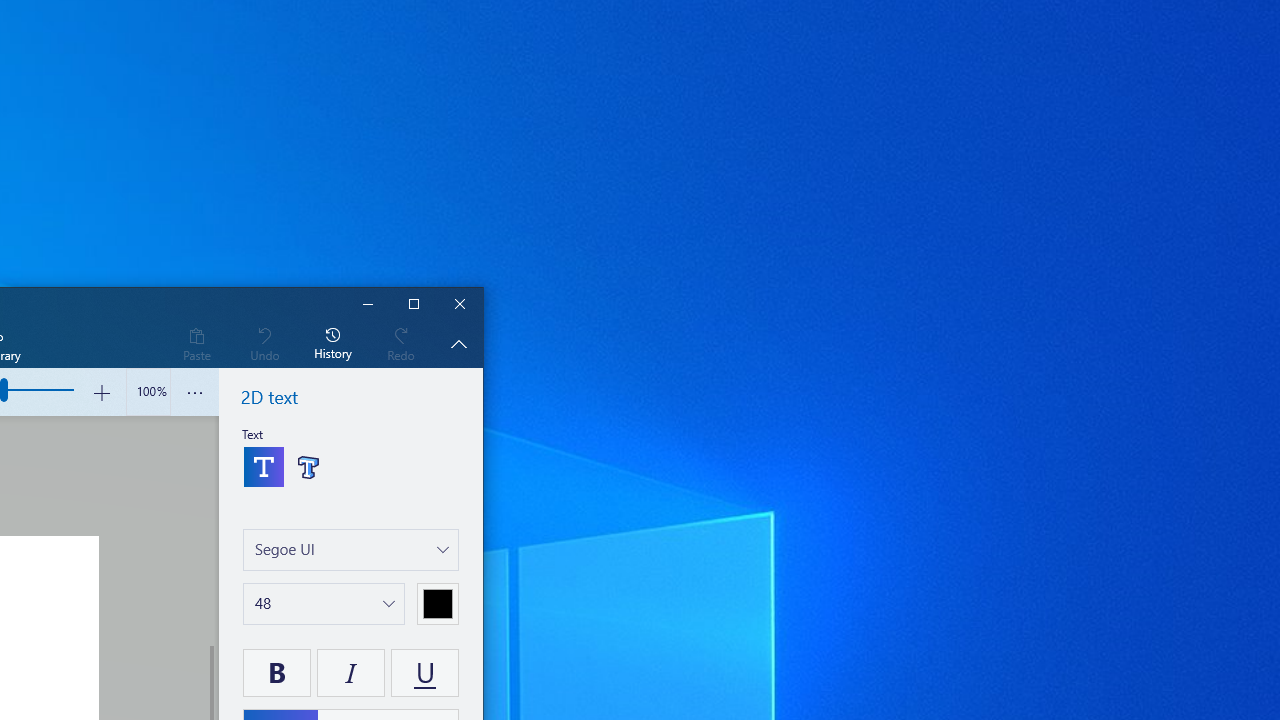 This screenshot has height=720, width=1280. Describe the element at coordinates (400, 342) in the screenshot. I see `'Redo'` at that location.